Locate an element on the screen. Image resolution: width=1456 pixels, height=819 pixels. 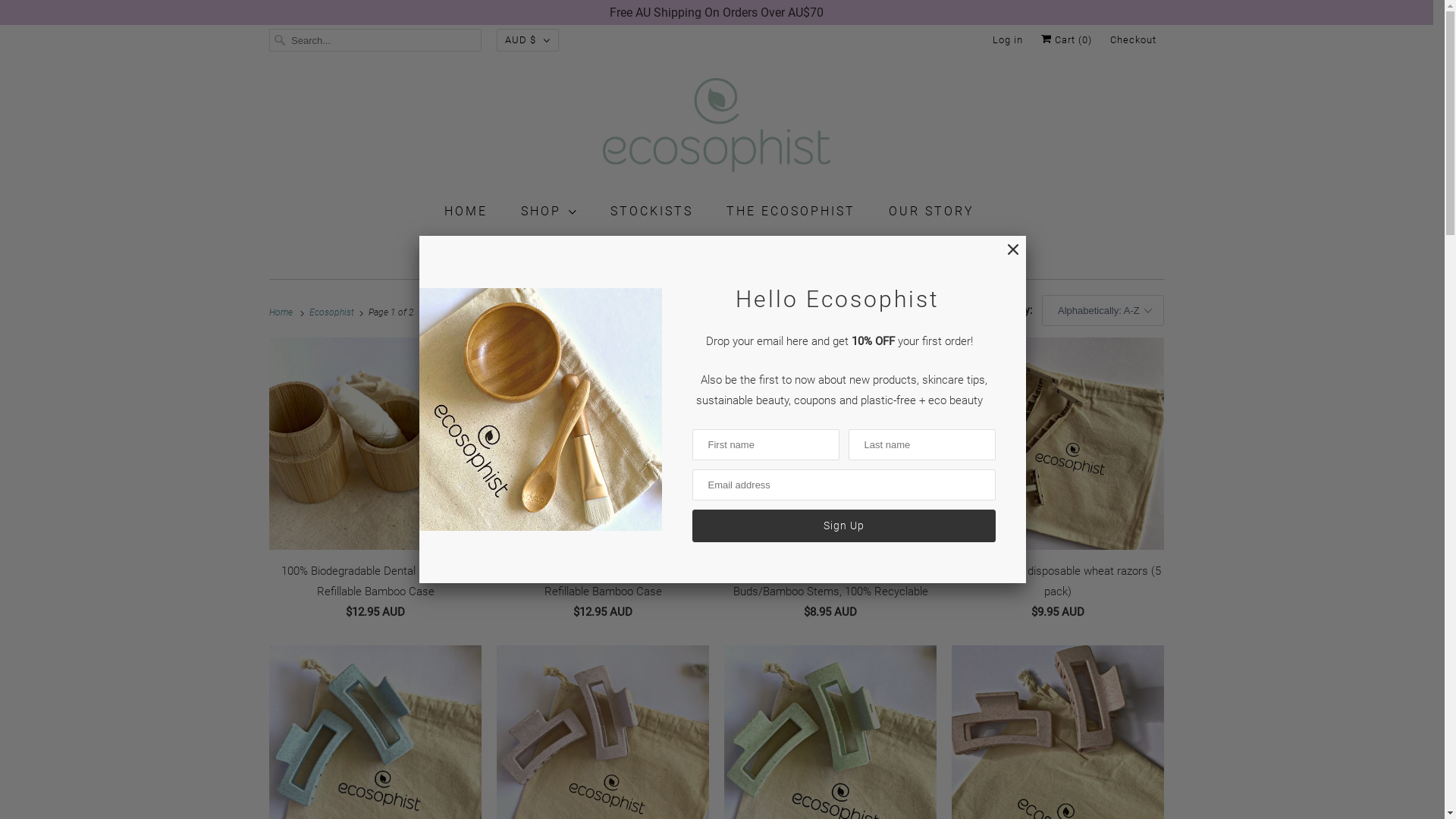
'Free AU Shipping On Orders Over AU$70' is located at coordinates (715, 12).